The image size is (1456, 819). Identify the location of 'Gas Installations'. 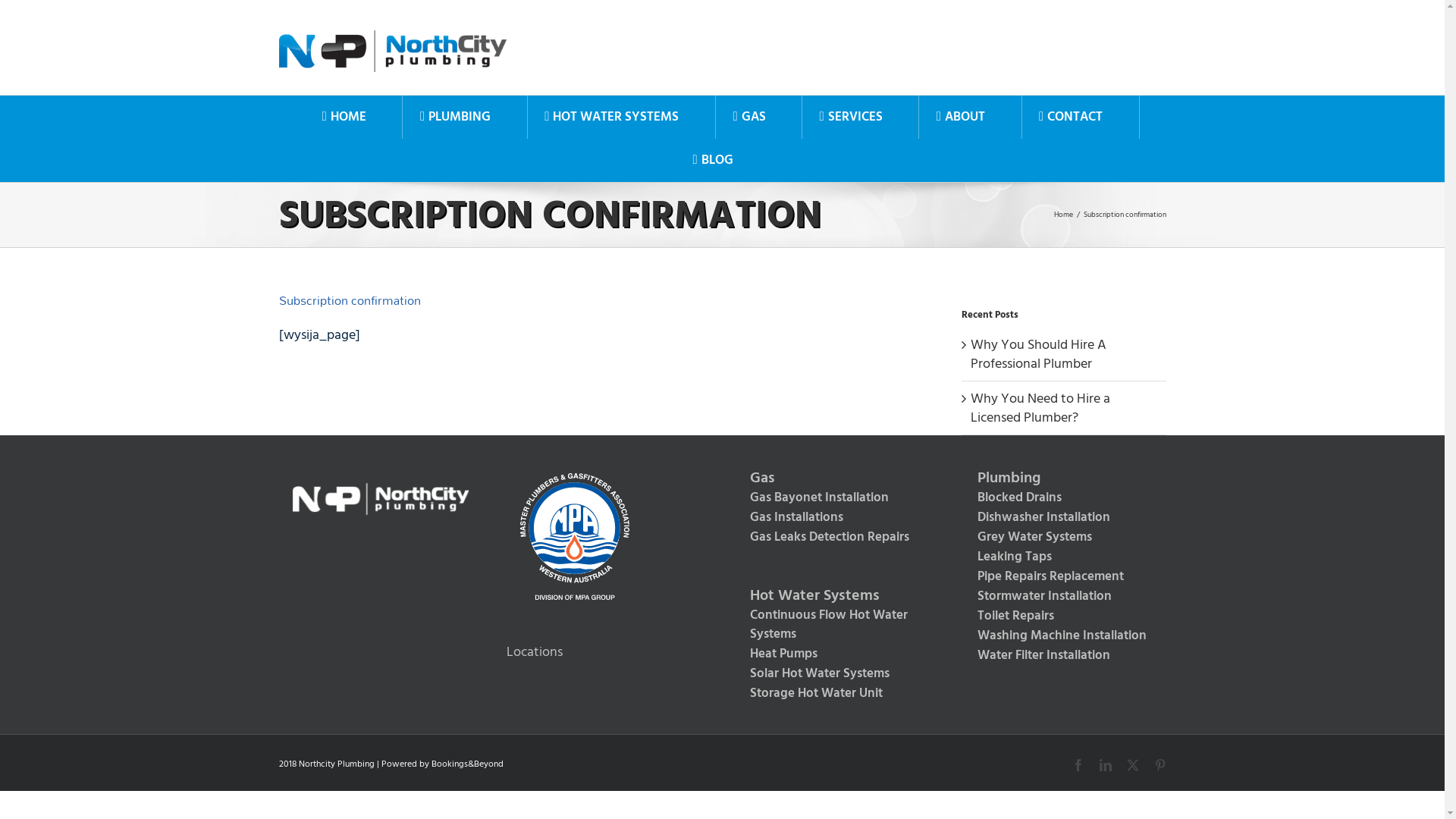
(835, 516).